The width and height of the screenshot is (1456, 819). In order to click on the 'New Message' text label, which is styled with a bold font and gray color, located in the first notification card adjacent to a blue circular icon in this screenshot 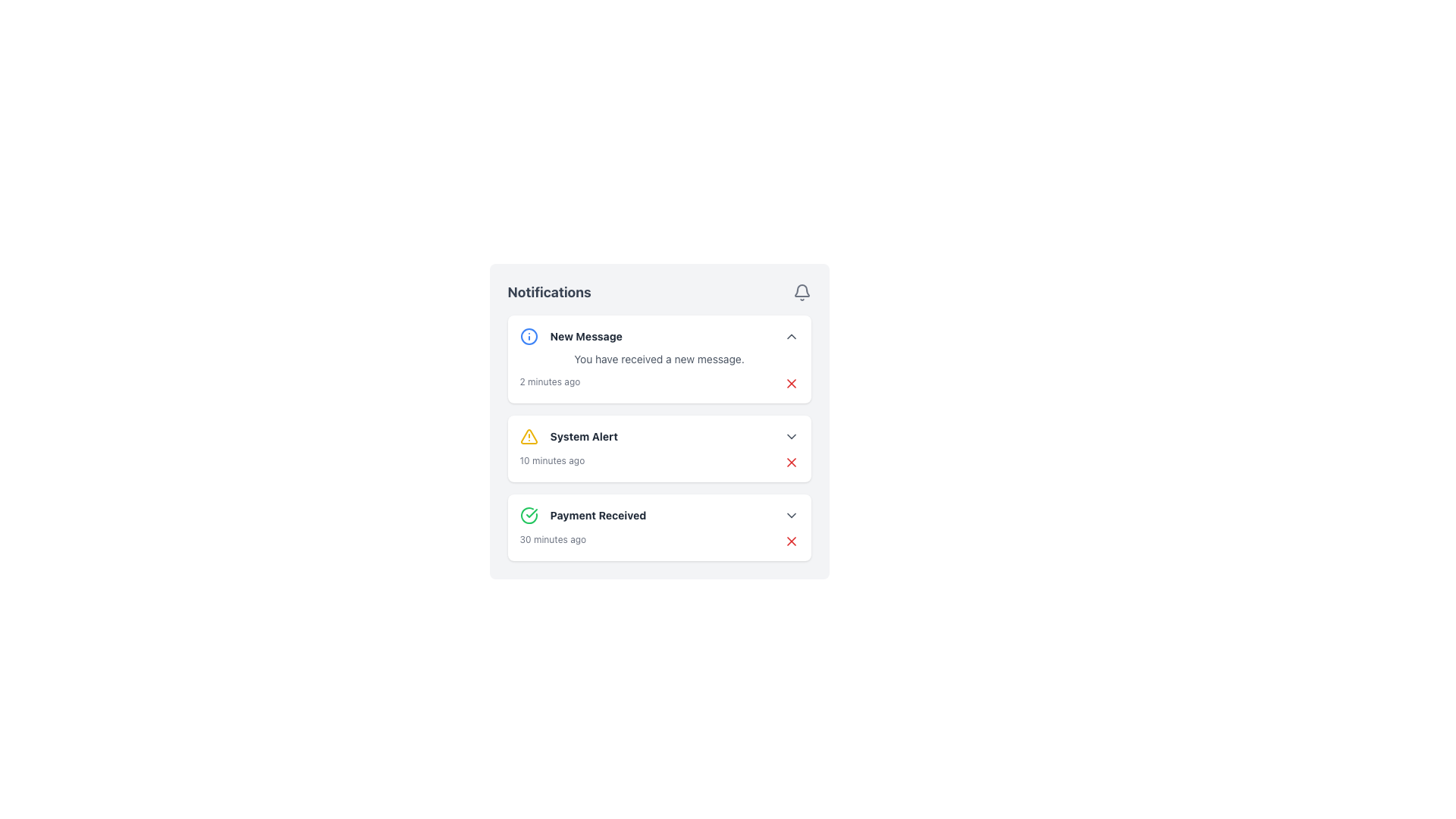, I will do `click(585, 335)`.